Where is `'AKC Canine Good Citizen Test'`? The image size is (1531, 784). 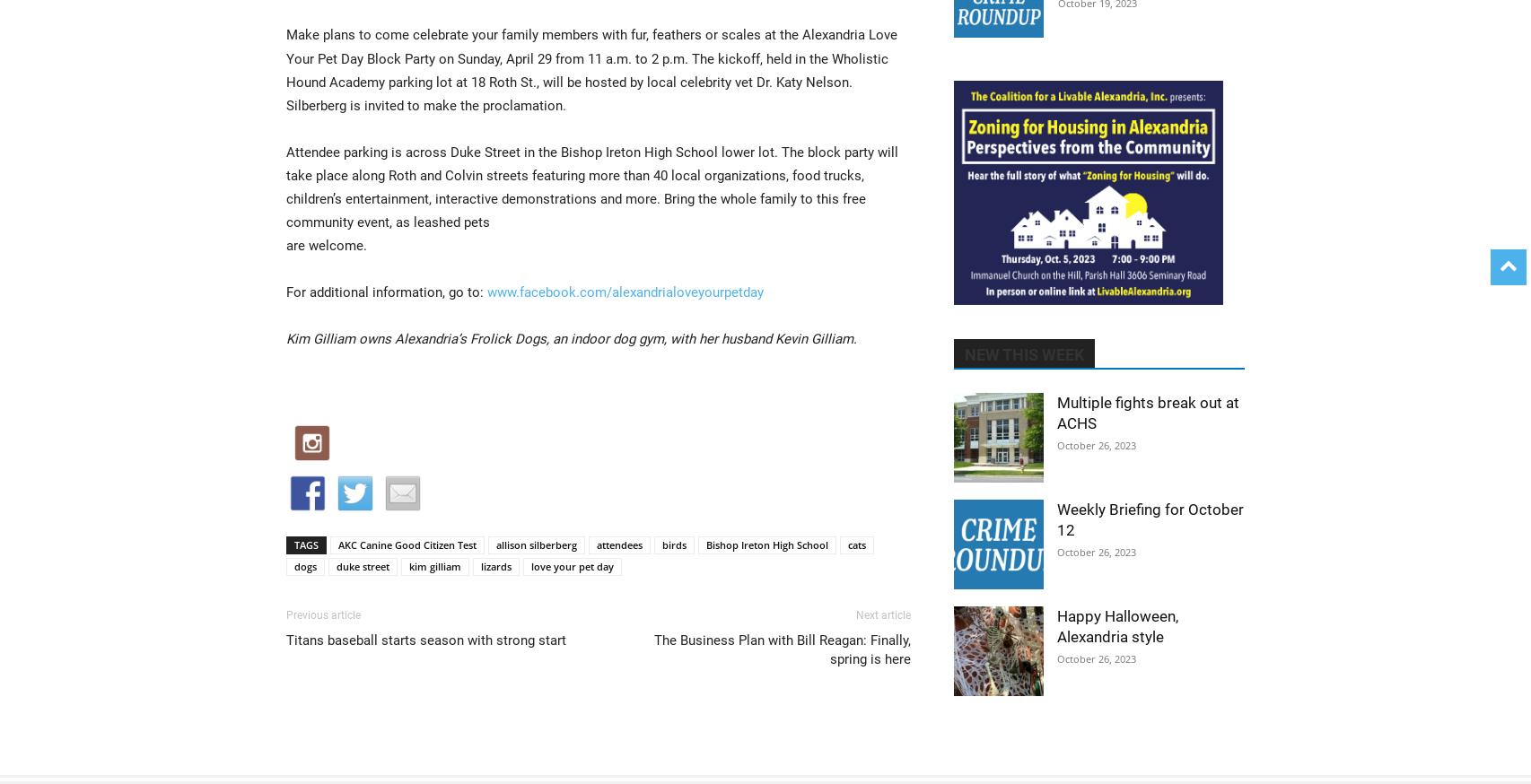
'AKC Canine Good Citizen Test' is located at coordinates (406, 543).